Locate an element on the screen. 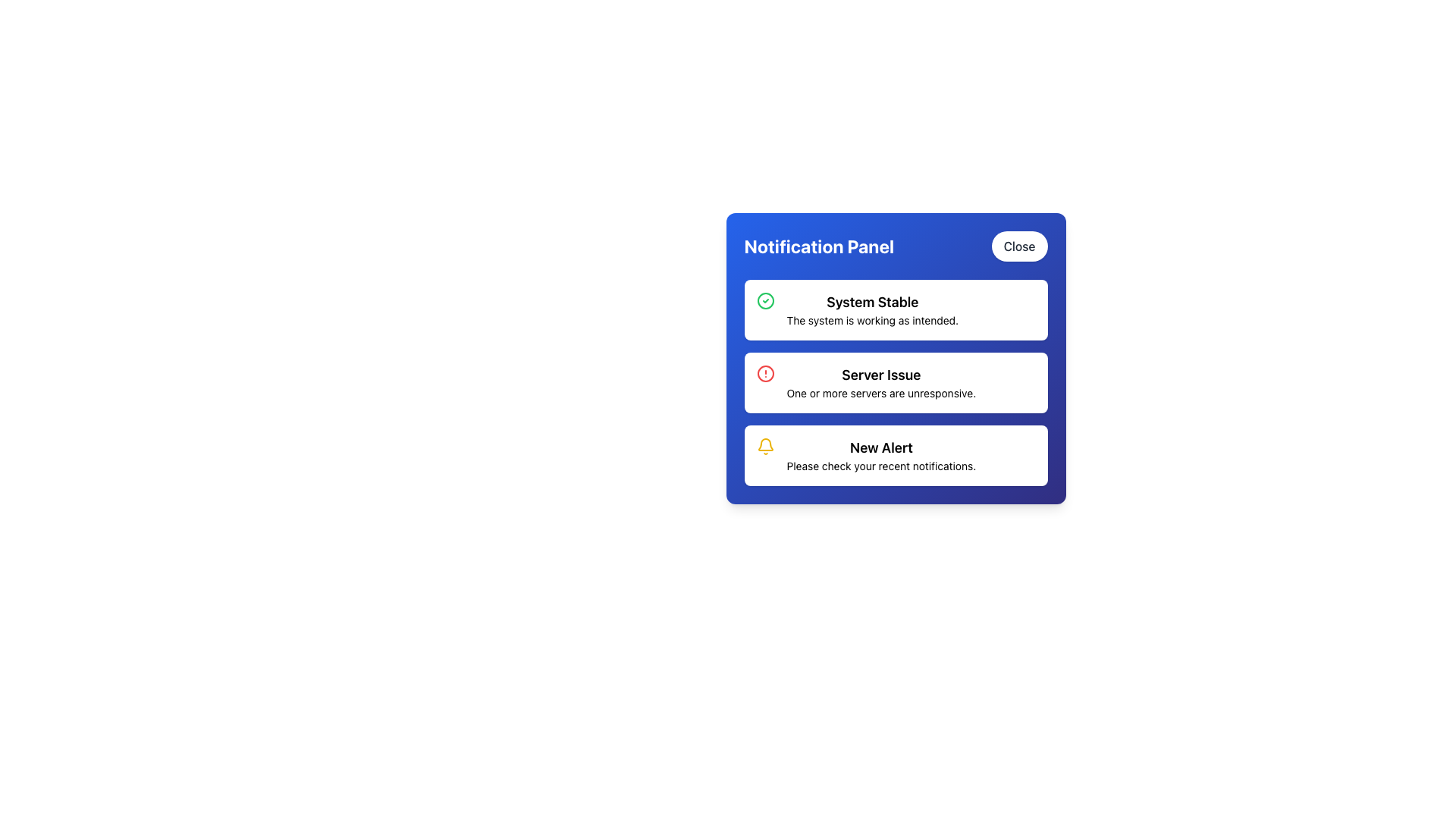  the close button located in the top-right corner of the notification panel is located at coordinates (1019, 245).